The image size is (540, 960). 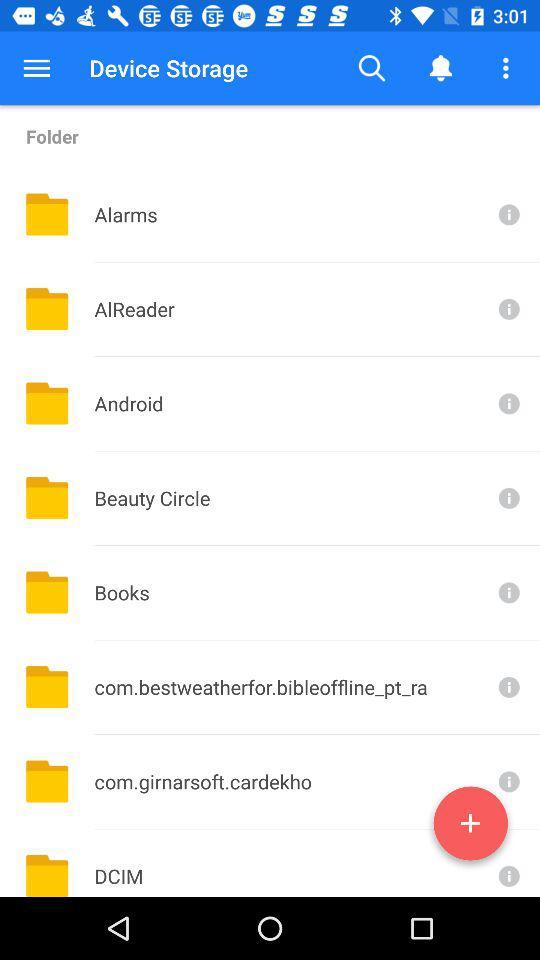 What do you see at coordinates (507, 592) in the screenshot?
I see `more info about books` at bounding box center [507, 592].